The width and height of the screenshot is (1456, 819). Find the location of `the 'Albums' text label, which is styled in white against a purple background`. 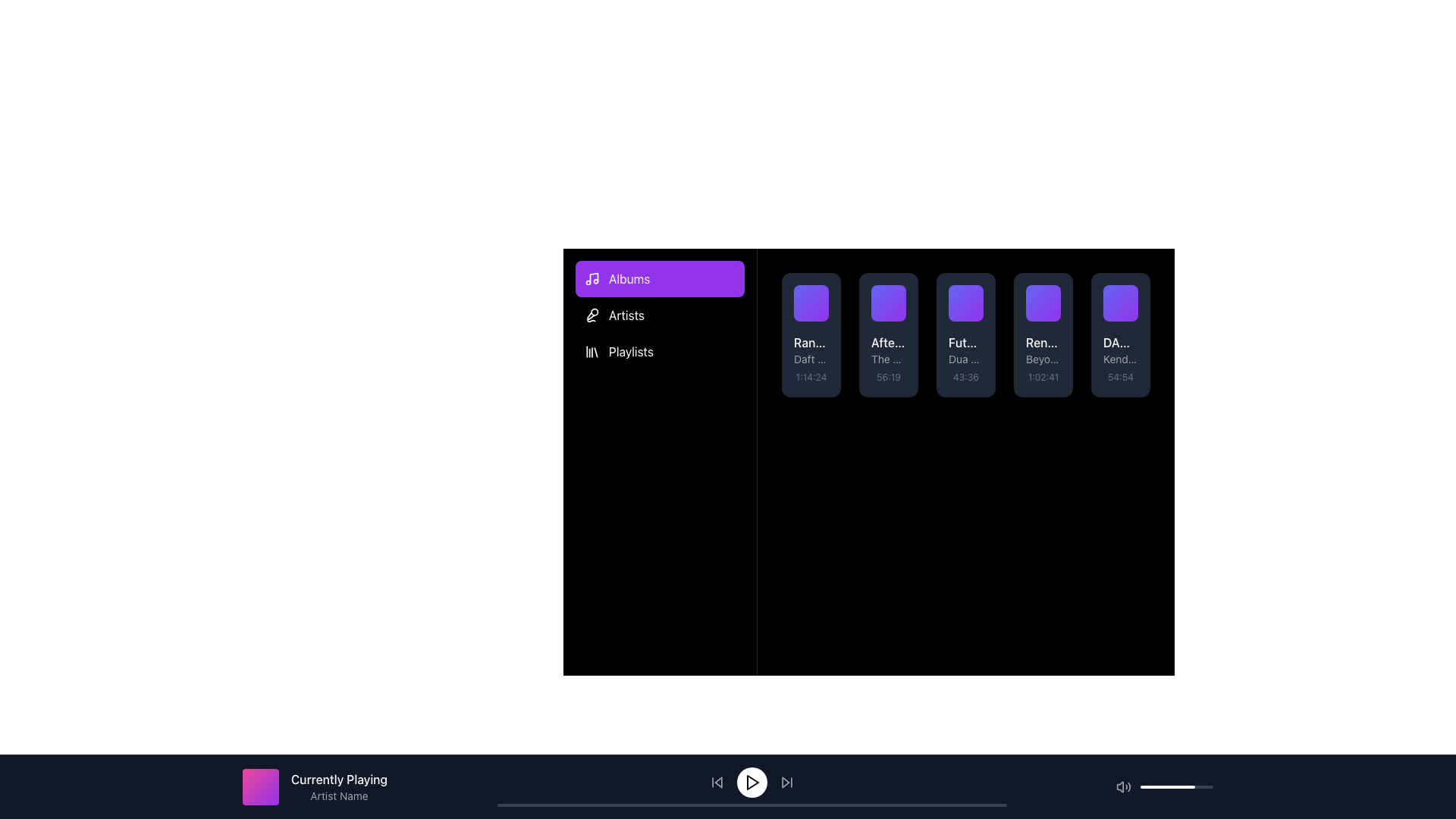

the 'Albums' text label, which is styled in white against a purple background is located at coordinates (629, 278).